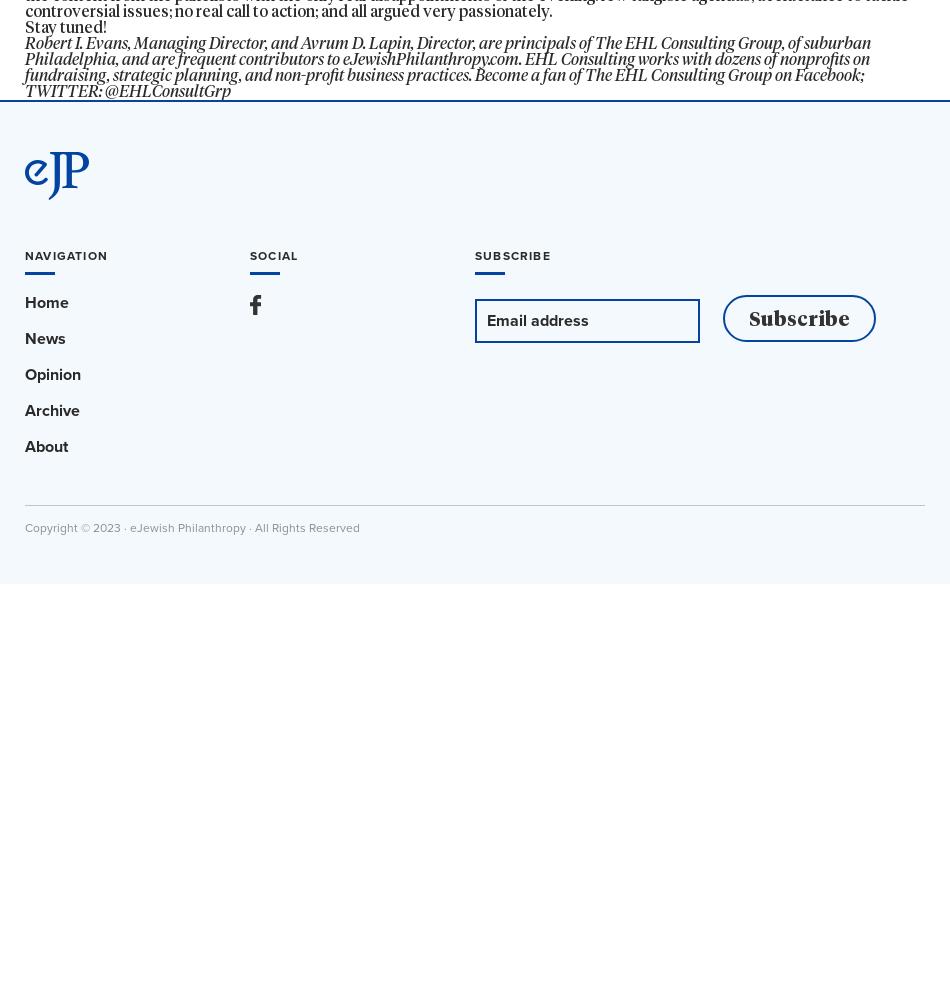  What do you see at coordinates (827, 74) in the screenshot?
I see `'Facebook'` at bounding box center [827, 74].